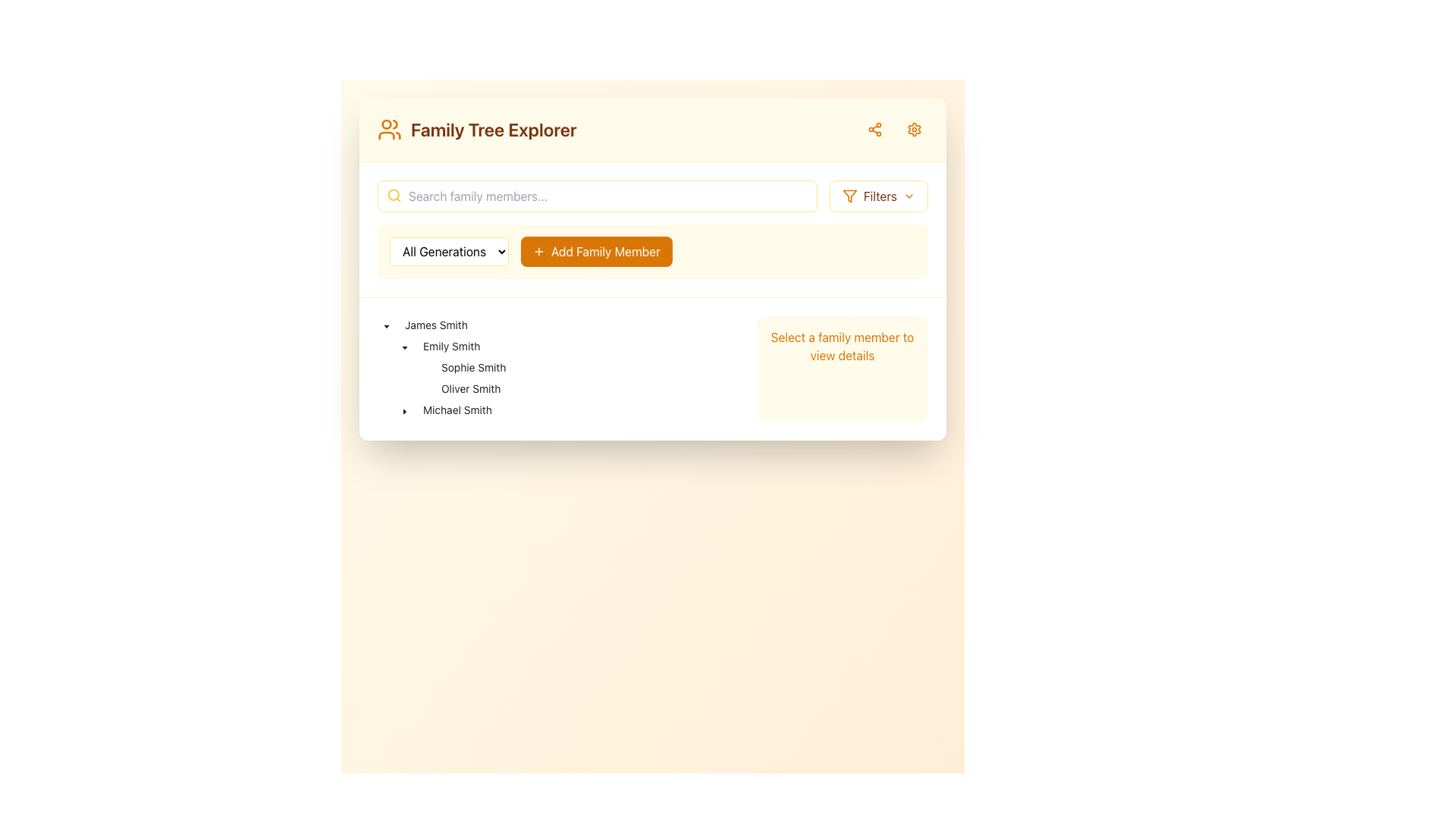 The height and width of the screenshot is (819, 1456). Describe the element at coordinates (849, 195) in the screenshot. I see `the filter icon located within the 'Filters' button in the top-right corner of the main section, positioned next to the label text` at that location.